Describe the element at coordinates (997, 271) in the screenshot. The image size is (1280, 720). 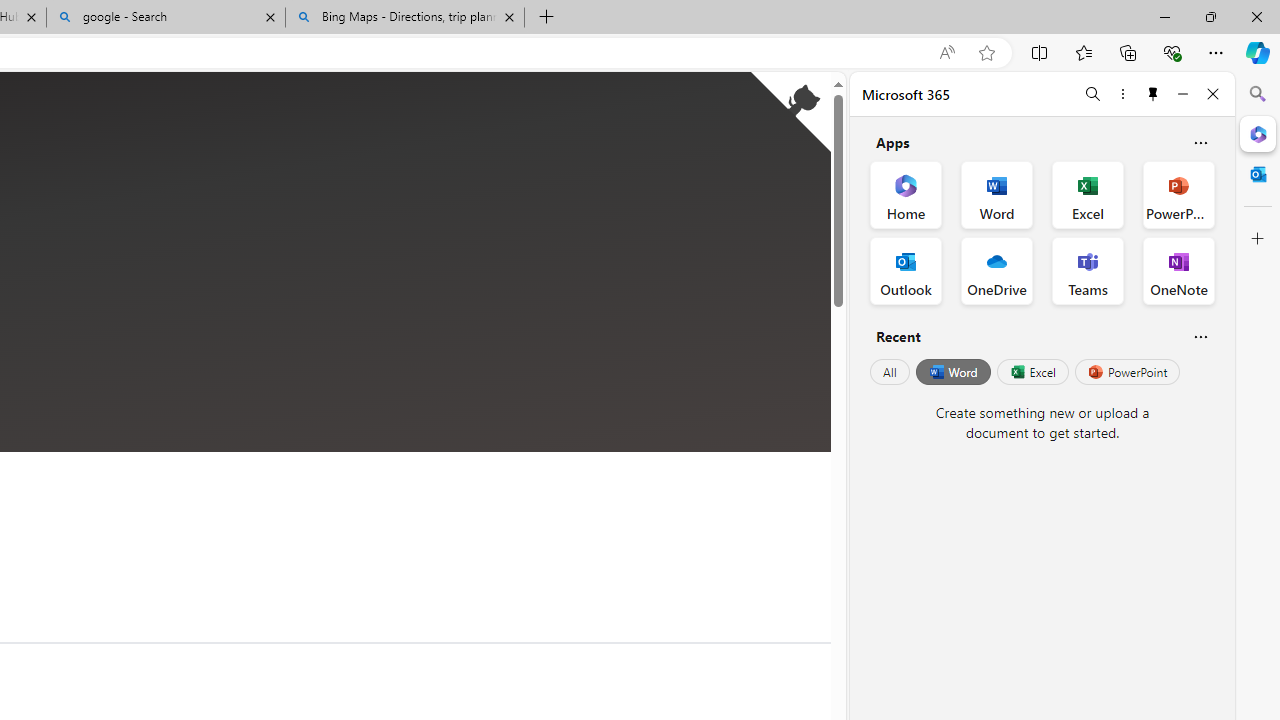
I see `'OneDrive Office App'` at that location.